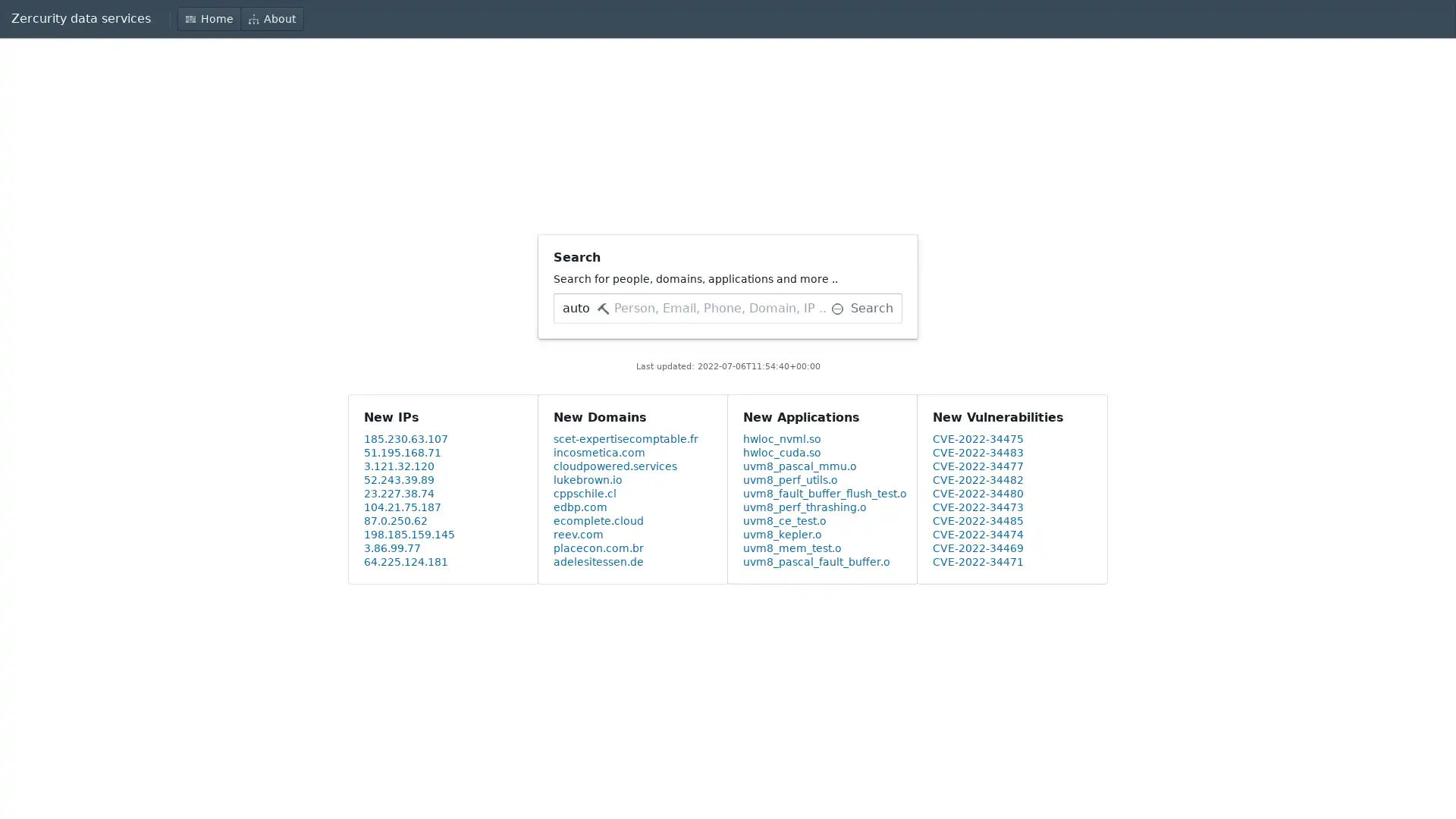 This screenshot has width=1456, height=819. What do you see at coordinates (272, 18) in the screenshot?
I see `About` at bounding box center [272, 18].